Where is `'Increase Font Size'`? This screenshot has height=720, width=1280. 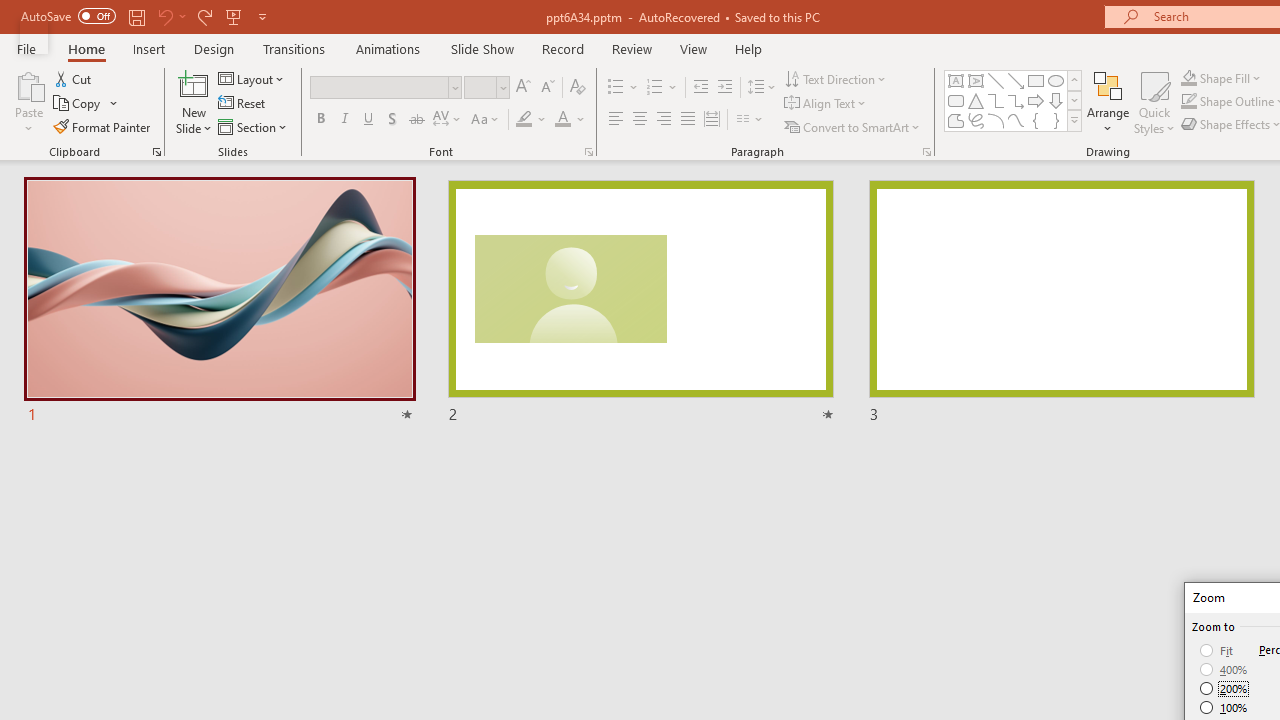 'Increase Font Size' is located at coordinates (522, 86).